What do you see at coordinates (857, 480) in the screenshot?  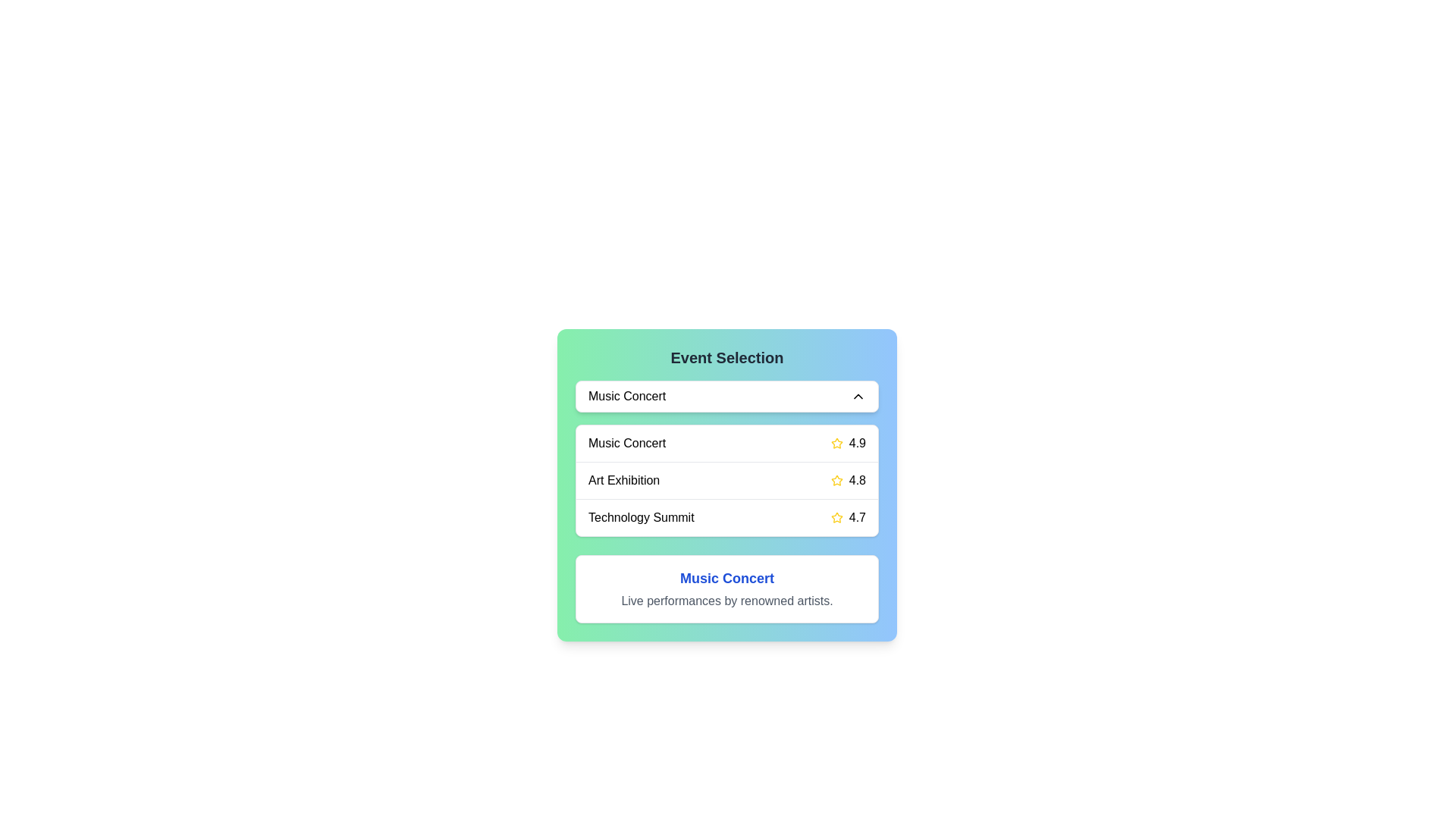 I see `the static text displaying the numerical rating for the 'Art Exhibition' entry, located in the second row of the list to the right of the star icon` at bounding box center [857, 480].